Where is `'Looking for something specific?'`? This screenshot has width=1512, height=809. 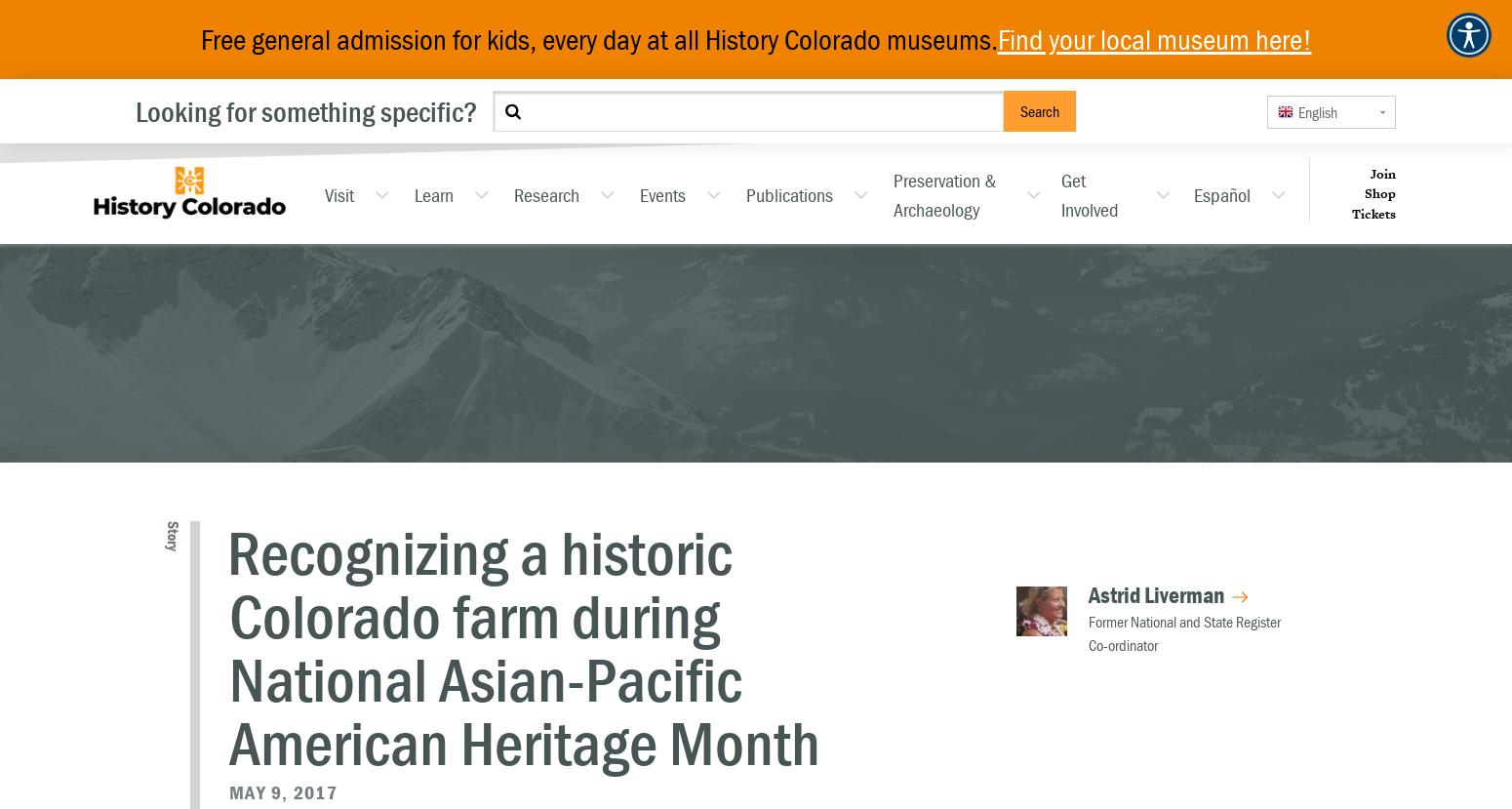
'Looking for something specific?' is located at coordinates (305, 110).